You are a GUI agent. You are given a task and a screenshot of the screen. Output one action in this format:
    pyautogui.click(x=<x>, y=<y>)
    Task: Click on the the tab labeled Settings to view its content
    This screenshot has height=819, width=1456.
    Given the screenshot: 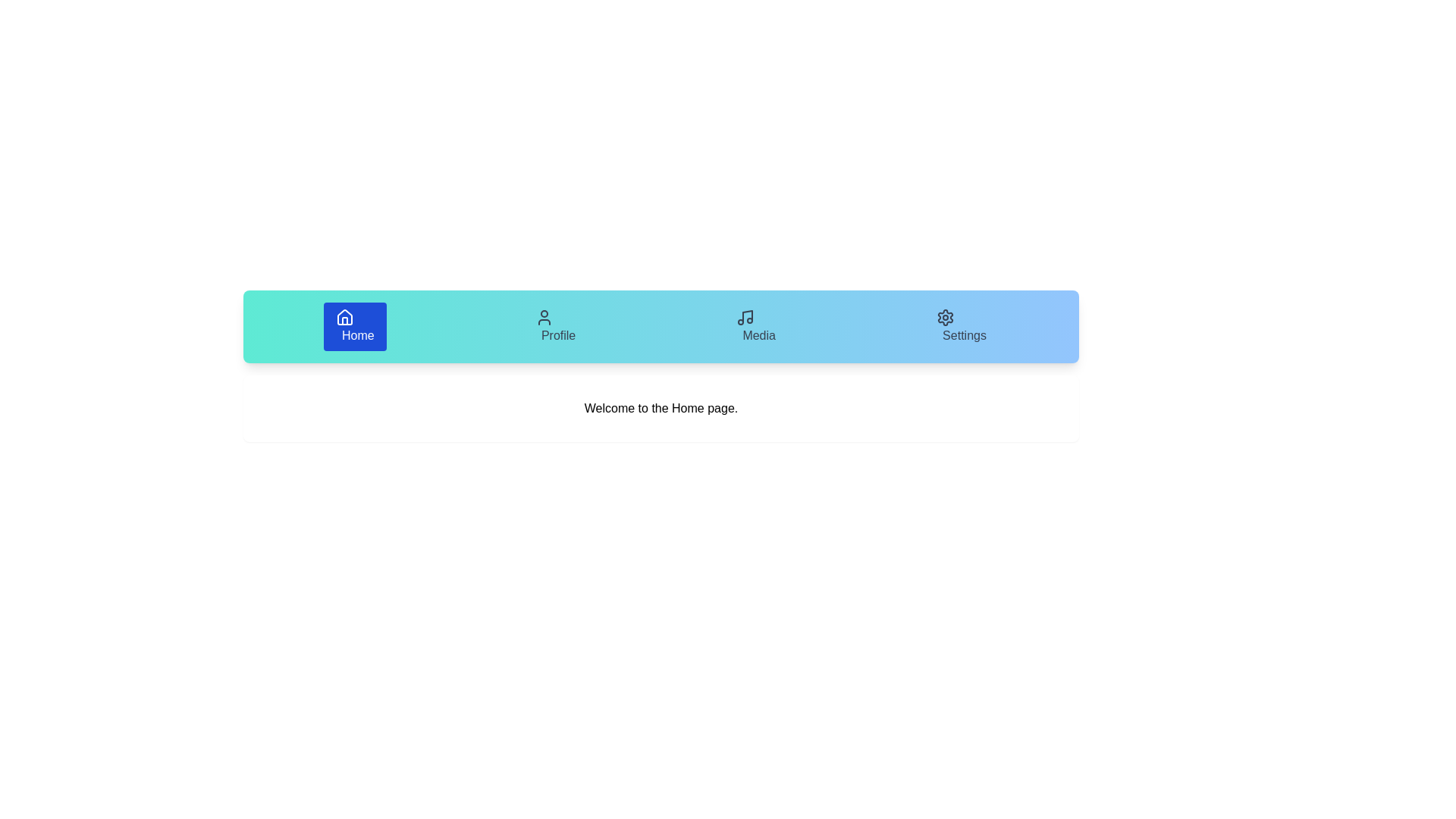 What is the action you would take?
    pyautogui.click(x=960, y=326)
    